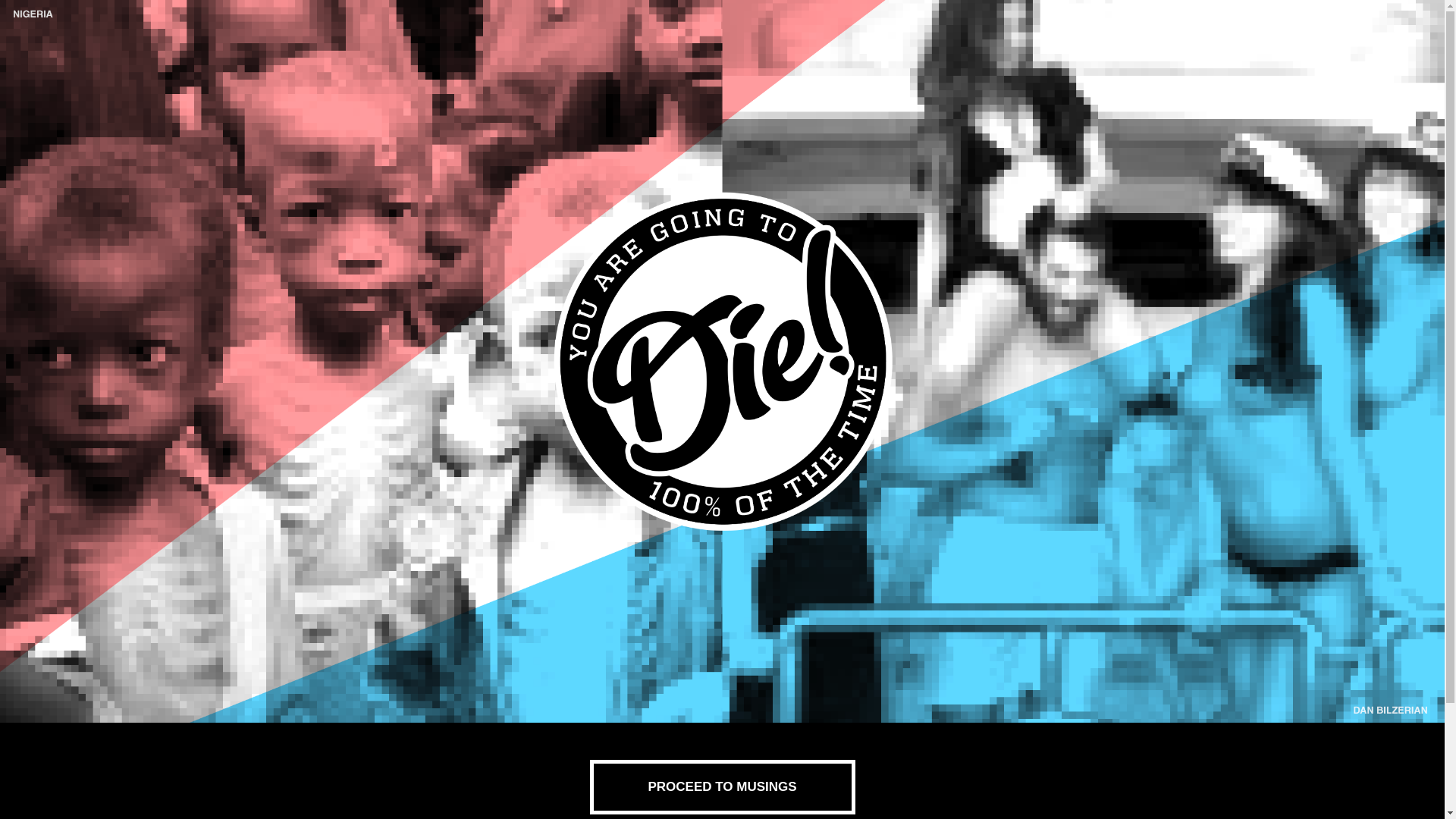  What do you see at coordinates (648, 786) in the screenshot?
I see `'PROCEED TO MUSINGS'` at bounding box center [648, 786].